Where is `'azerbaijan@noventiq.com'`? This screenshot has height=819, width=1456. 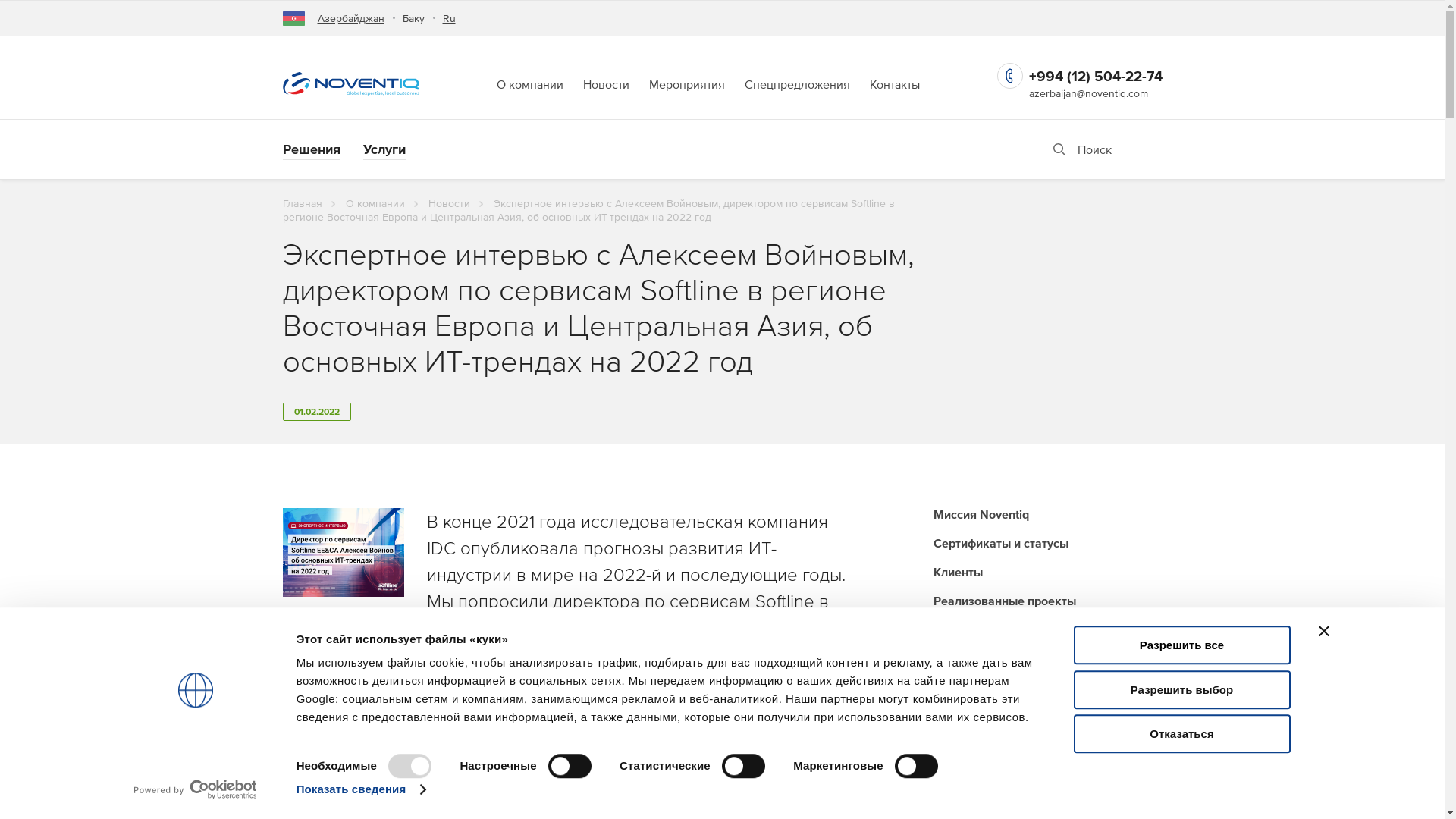
'azerbaijan@noventiq.com' is located at coordinates (1028, 93).